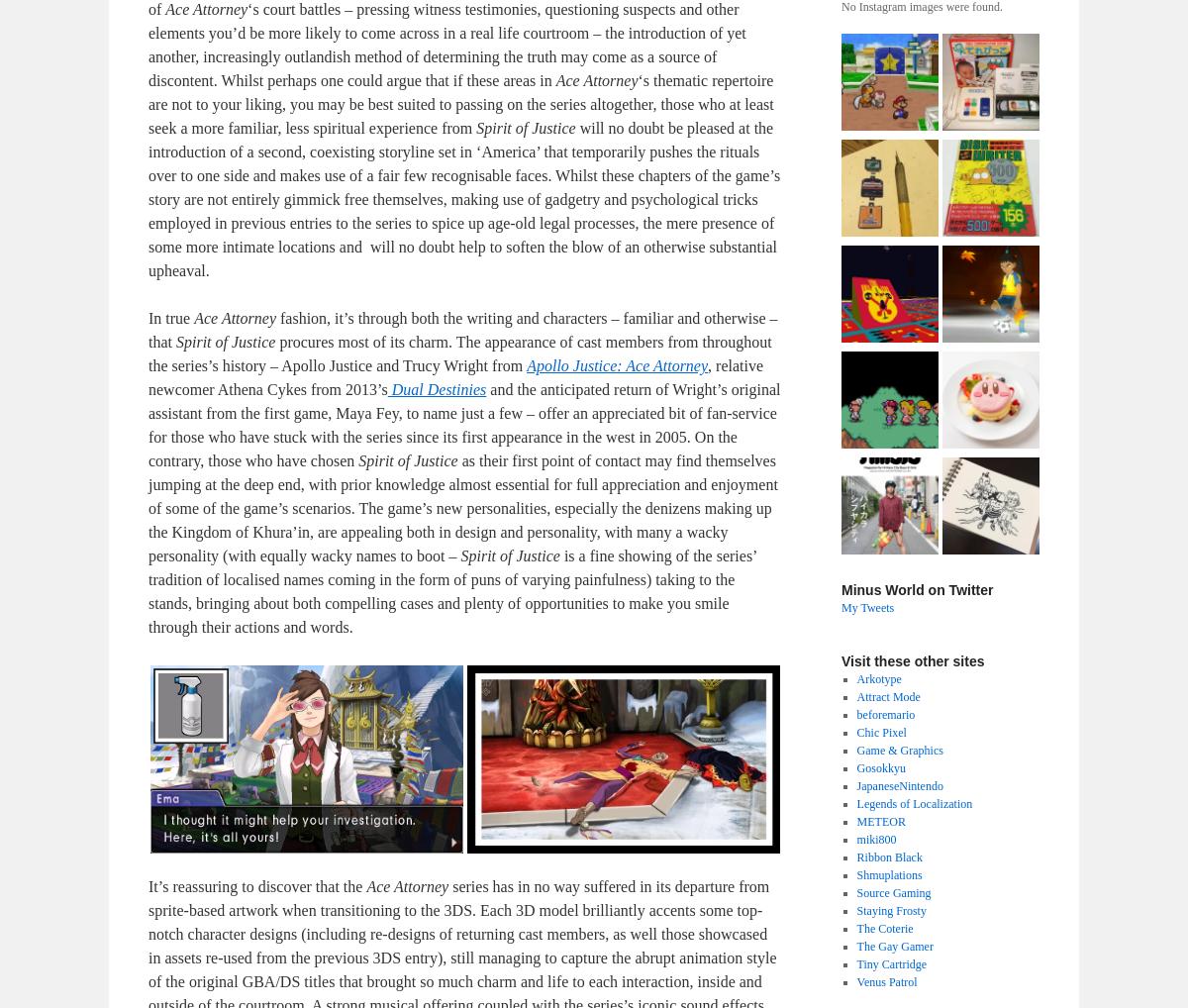 This screenshot has width=1188, height=1008. I want to click on 'beforemario', so click(884, 713).